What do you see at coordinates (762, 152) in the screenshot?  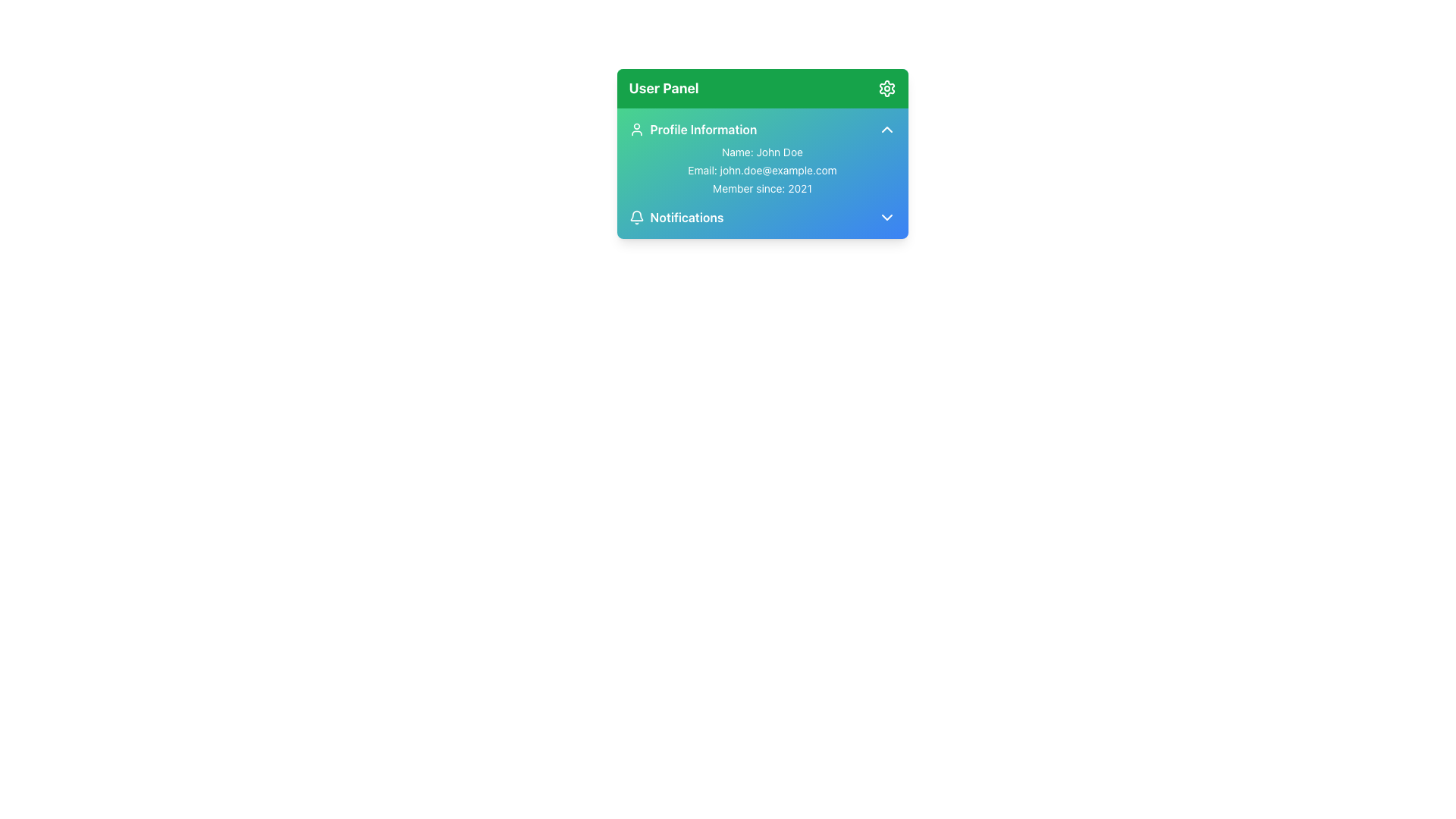 I see `the static text label displaying 'Name: John Doe' in the 'Profile Information' section, which is the first item above the 'Email' and 'Member since' labels` at bounding box center [762, 152].